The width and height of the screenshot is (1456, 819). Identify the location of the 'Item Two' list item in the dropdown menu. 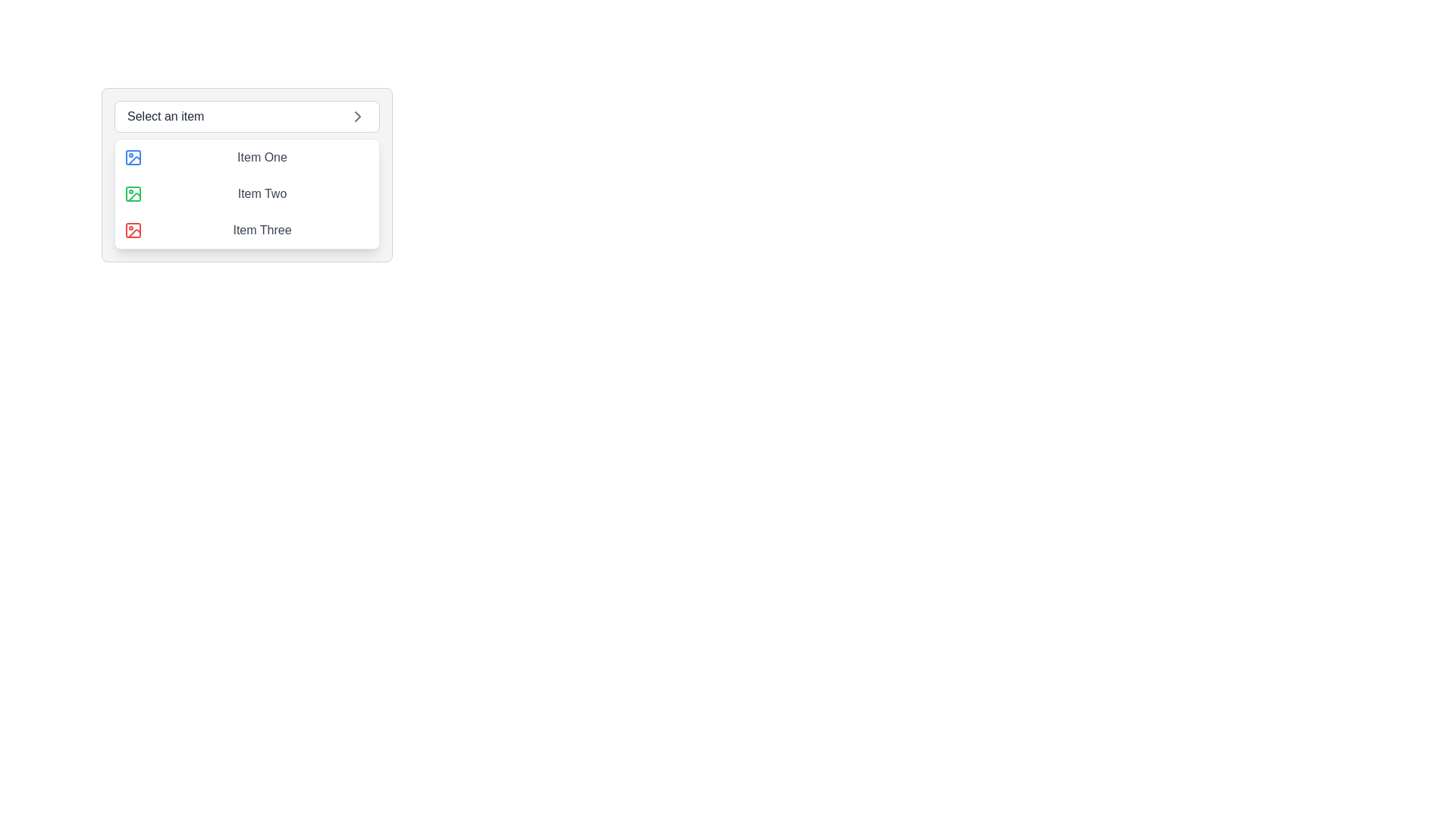
(247, 193).